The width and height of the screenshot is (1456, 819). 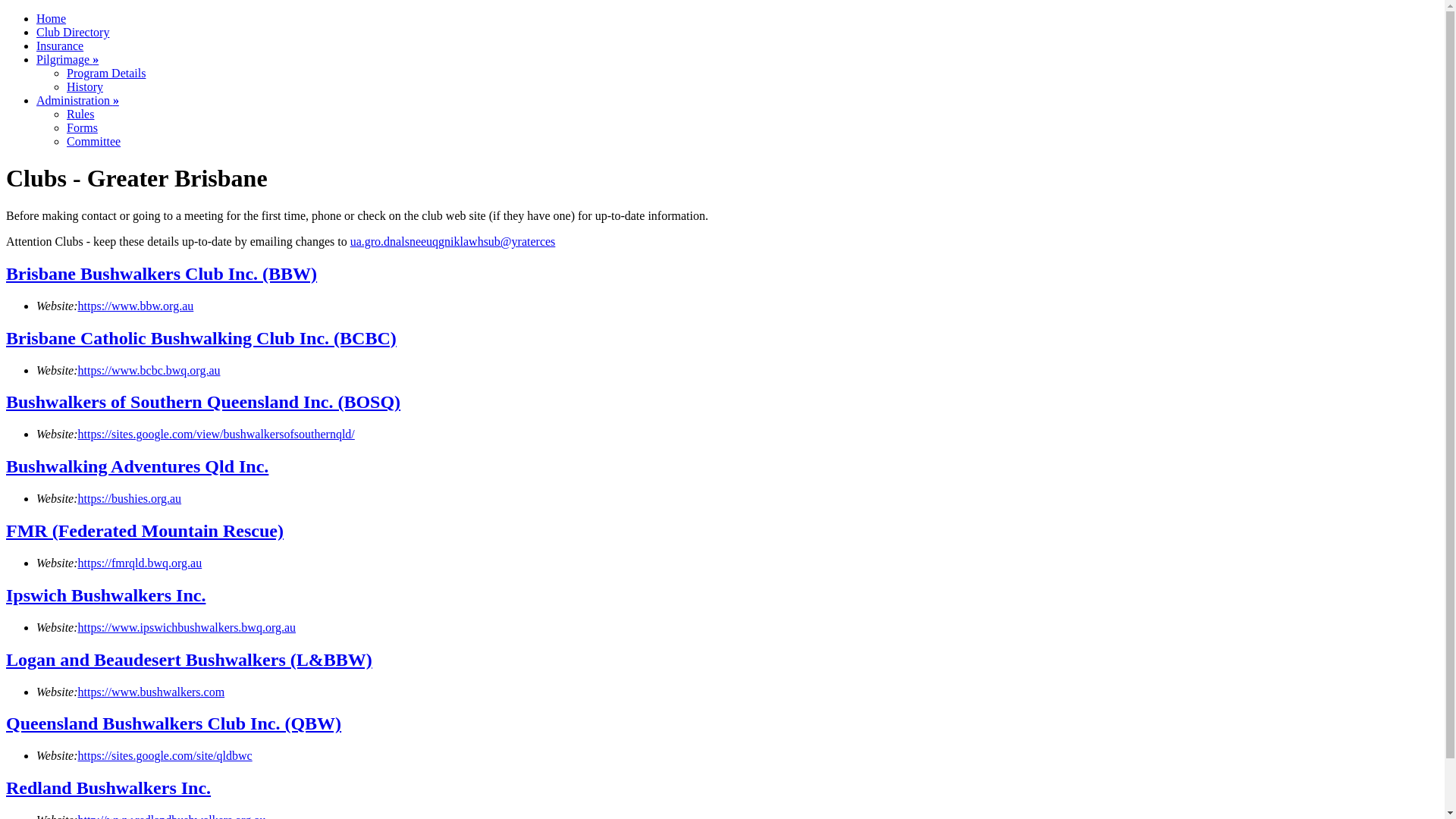 What do you see at coordinates (72, 32) in the screenshot?
I see `'Club Directory'` at bounding box center [72, 32].